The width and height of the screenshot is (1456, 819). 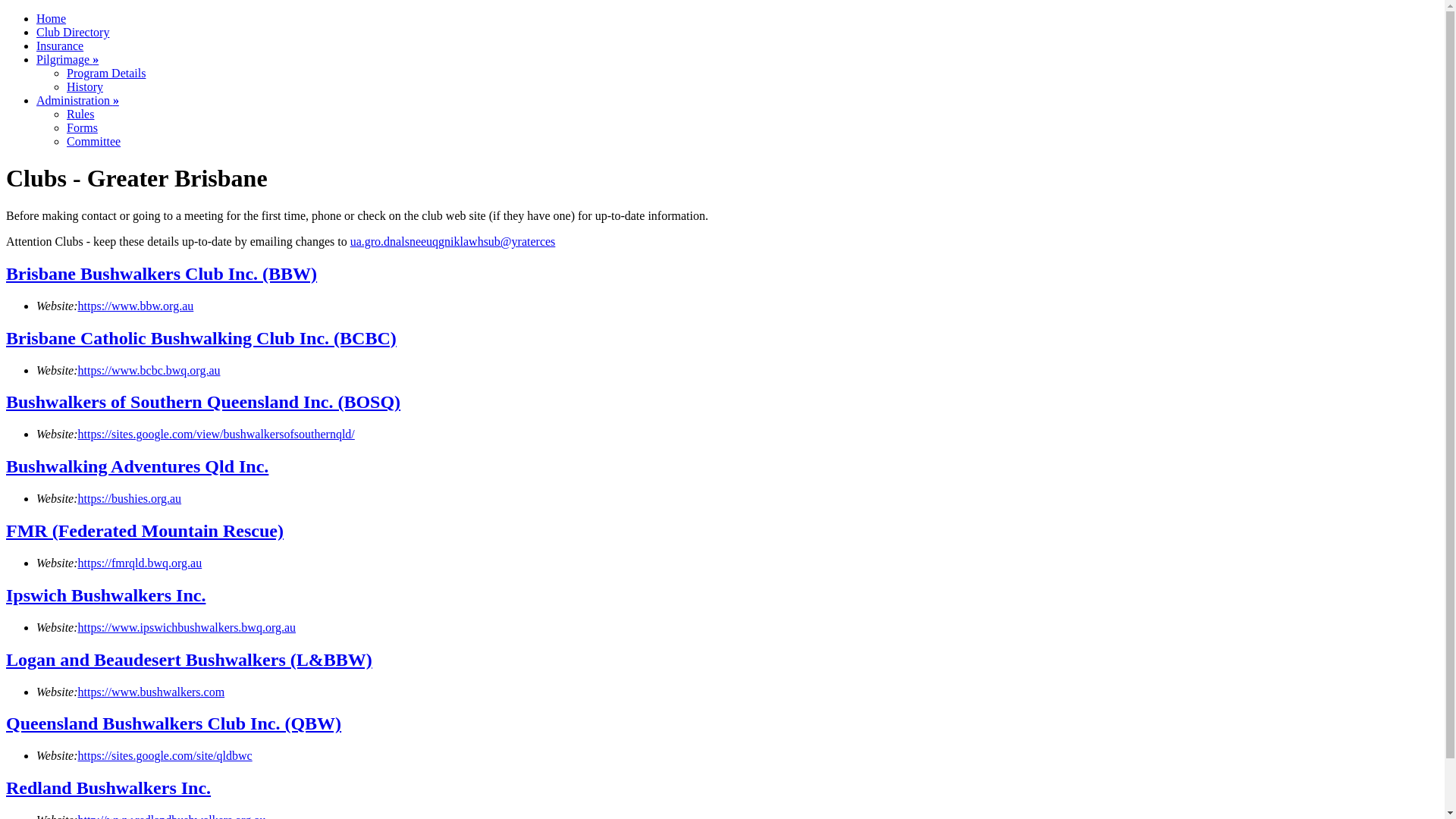 What do you see at coordinates (72, 32) in the screenshot?
I see `'Club Directory'` at bounding box center [72, 32].